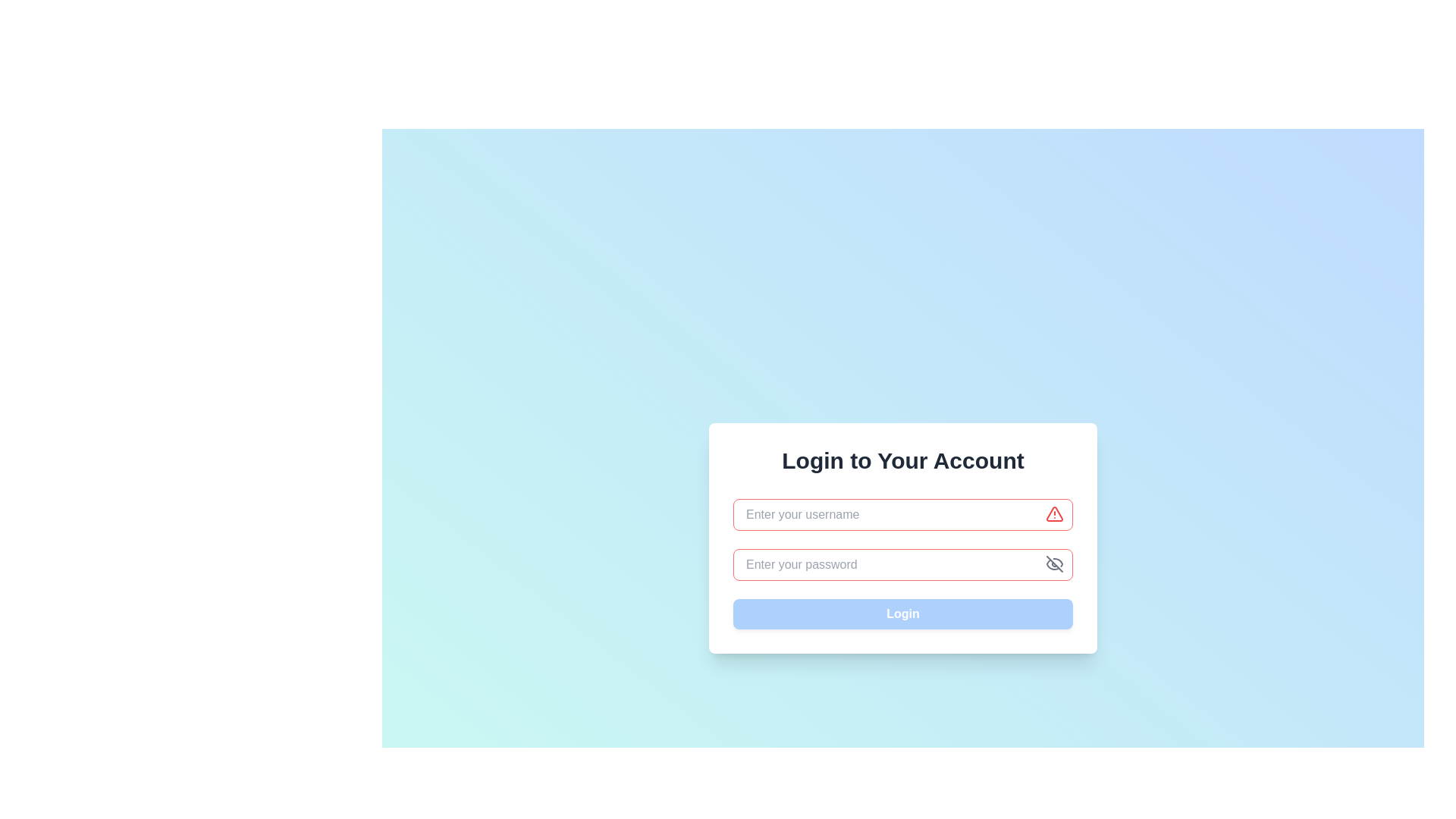  What do you see at coordinates (1054, 564) in the screenshot?
I see `the button located at the top-right corner of the password input field` at bounding box center [1054, 564].